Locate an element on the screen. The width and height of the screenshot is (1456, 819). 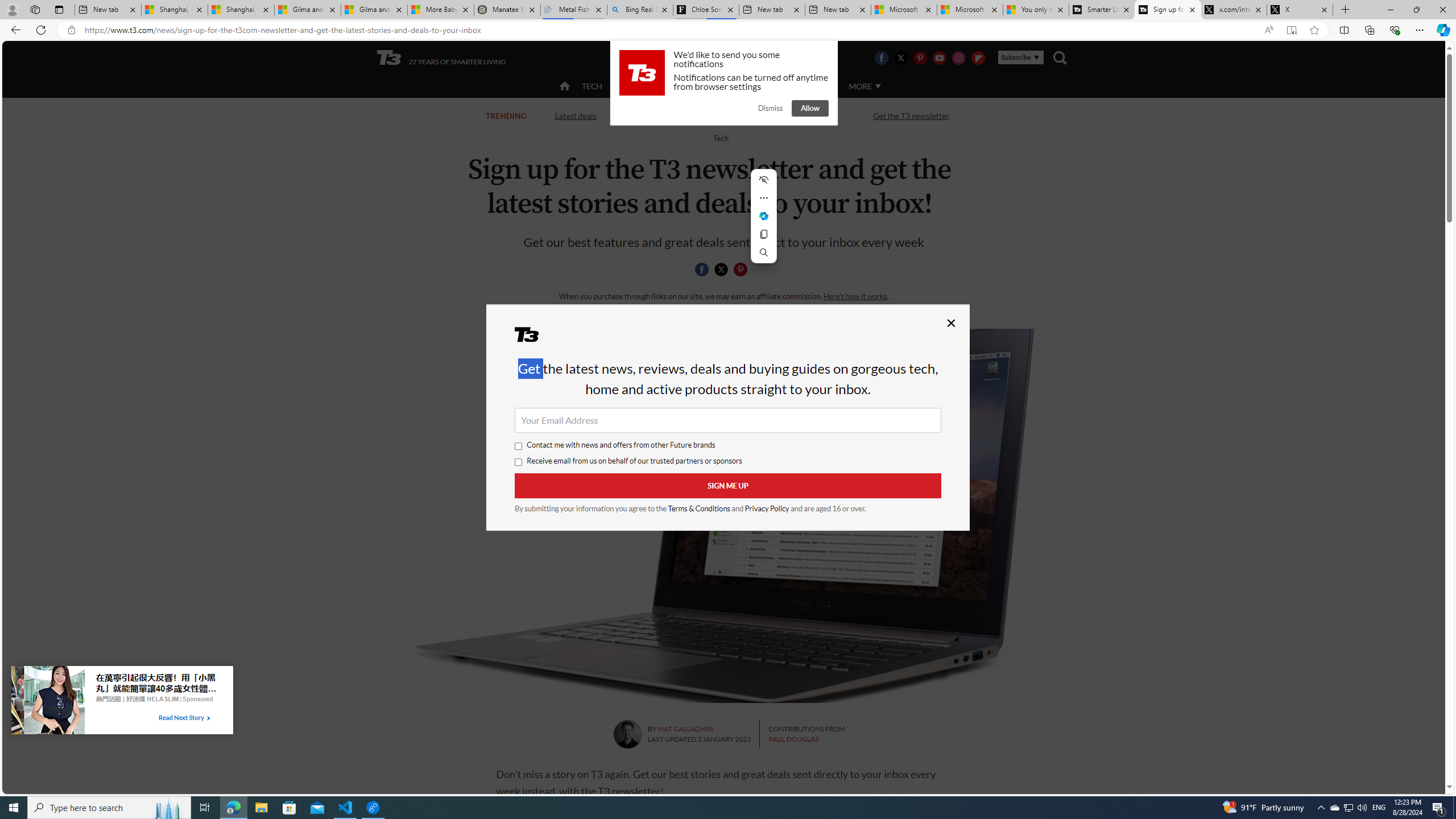
'Browser essentials' is located at coordinates (1394, 29).